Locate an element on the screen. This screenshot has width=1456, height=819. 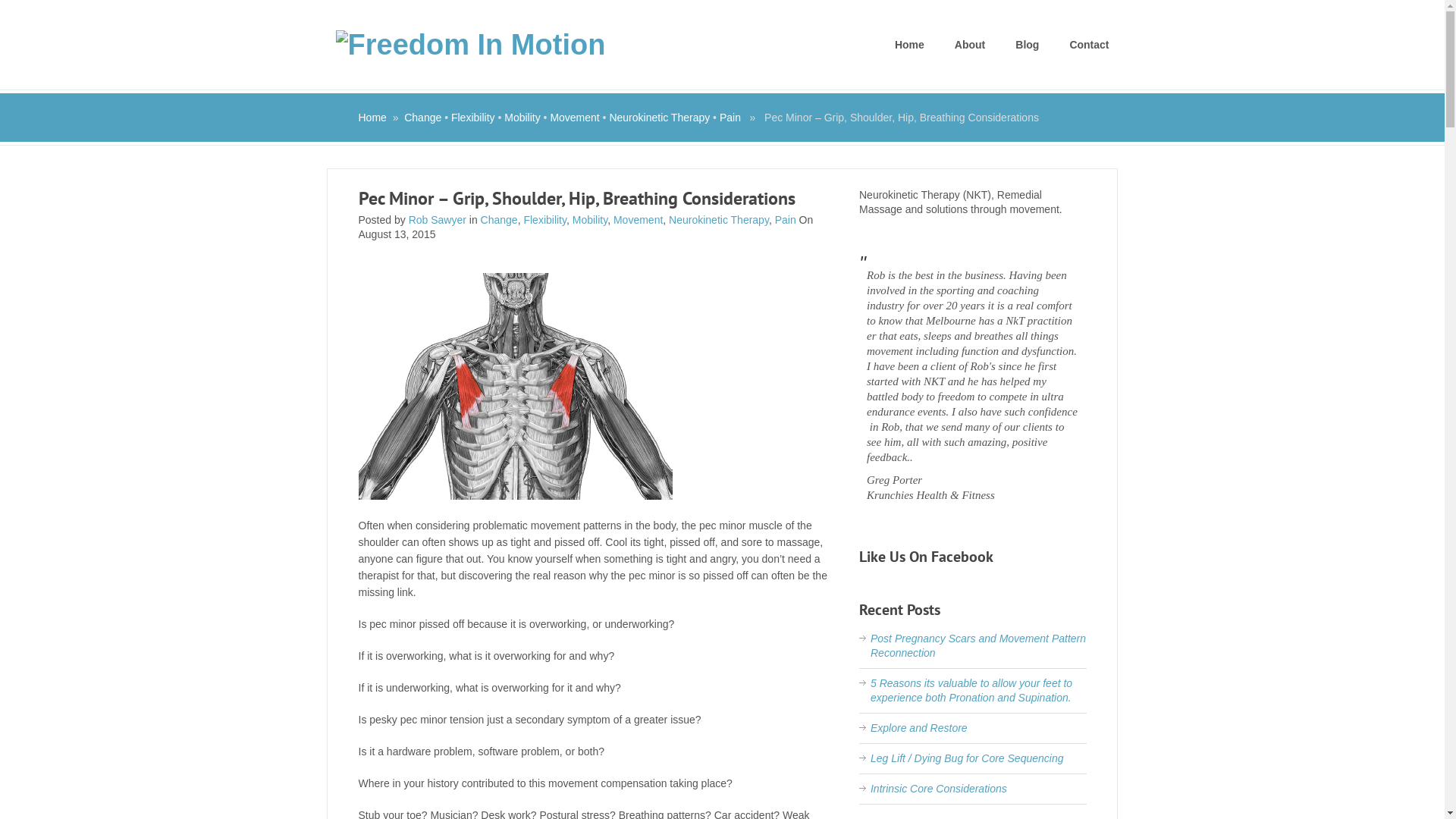
'About' is located at coordinates (968, 44).